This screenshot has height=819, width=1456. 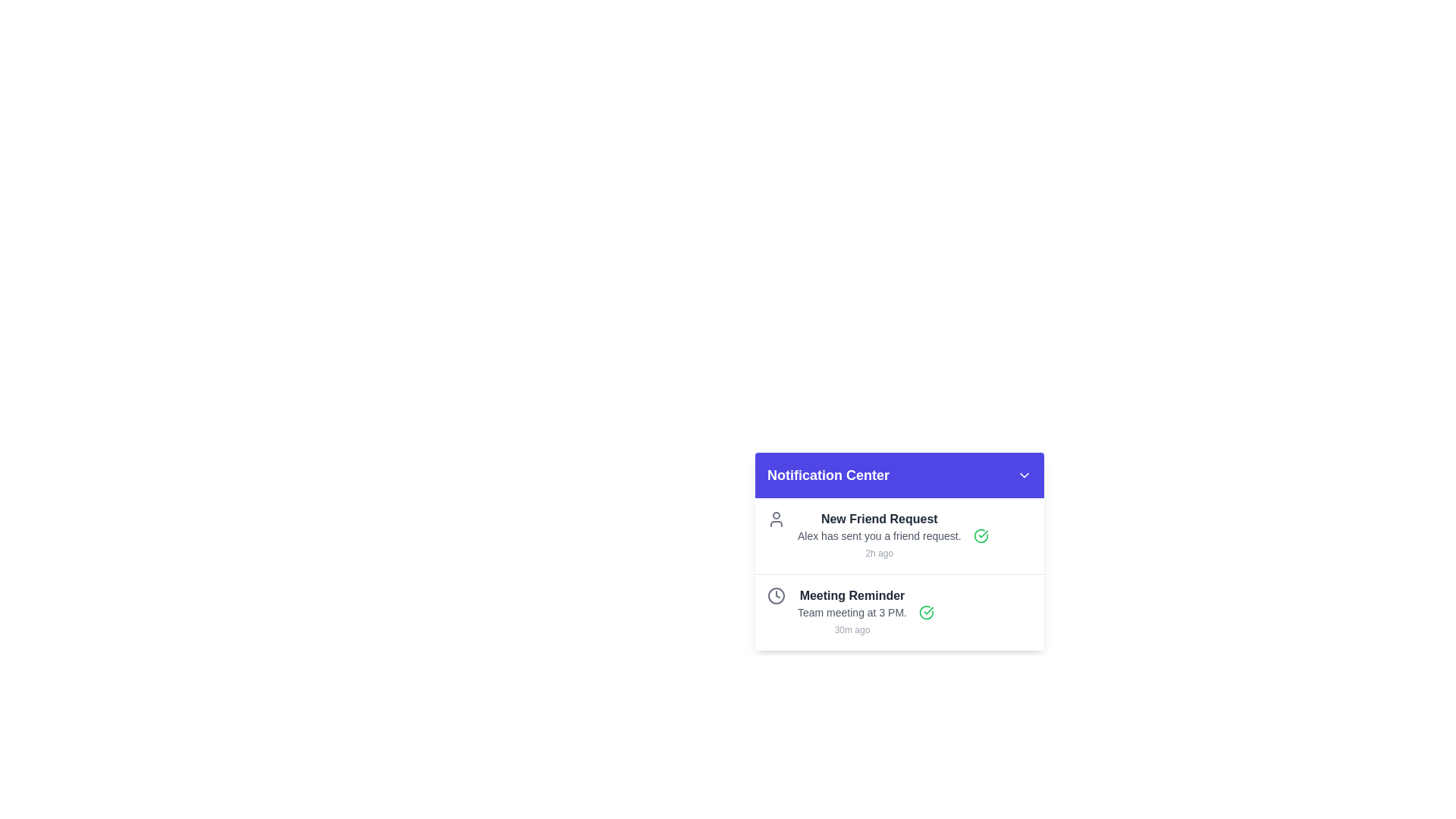 I want to click on the 'Meeting Reminder' text label, which displays in bold, dark-gray font against a white background, located in the Notification Center panel, so click(x=852, y=595).